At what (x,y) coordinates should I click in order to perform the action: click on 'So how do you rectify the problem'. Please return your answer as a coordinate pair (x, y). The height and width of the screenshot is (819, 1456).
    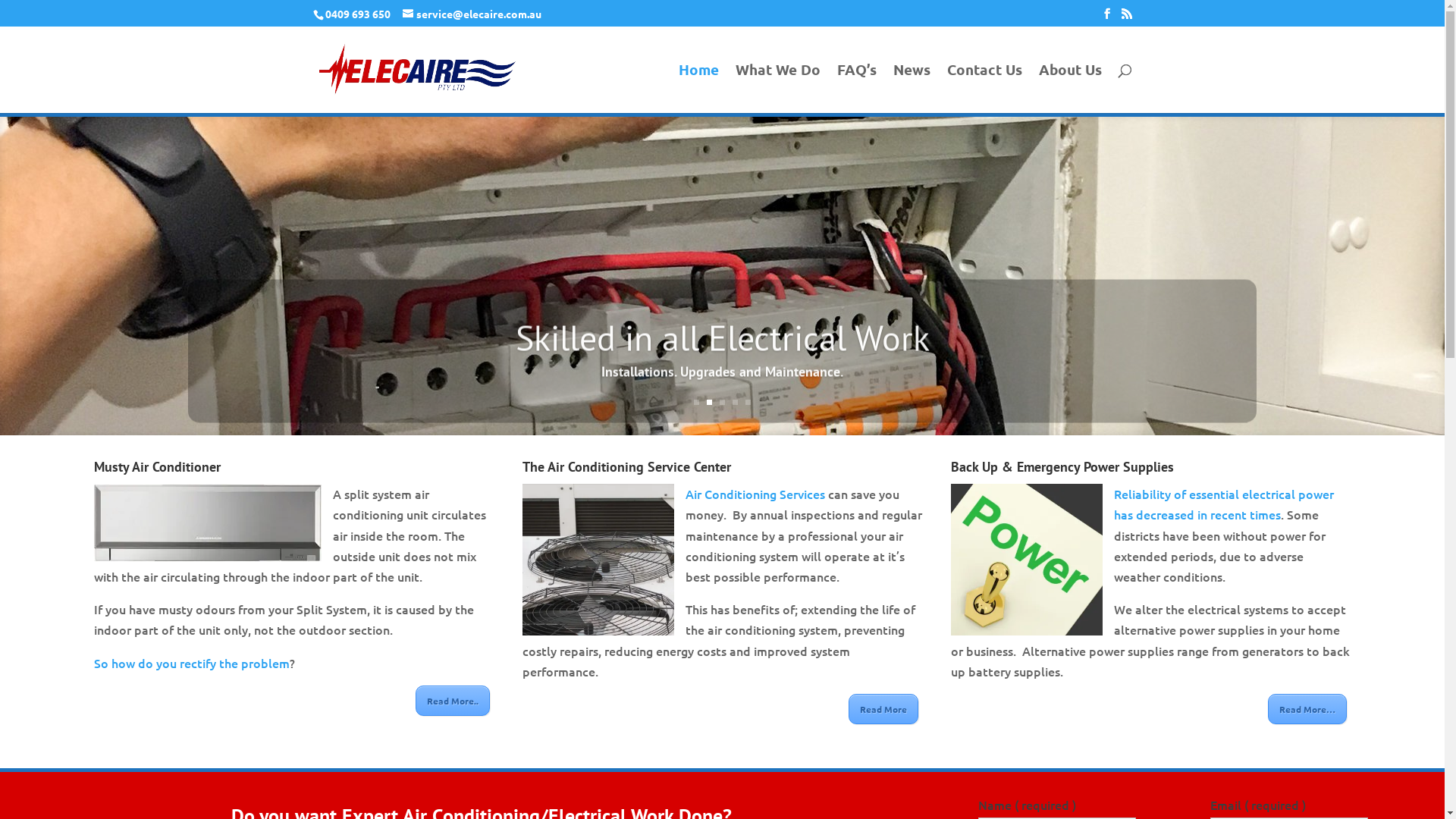
    Looking at the image, I should click on (191, 661).